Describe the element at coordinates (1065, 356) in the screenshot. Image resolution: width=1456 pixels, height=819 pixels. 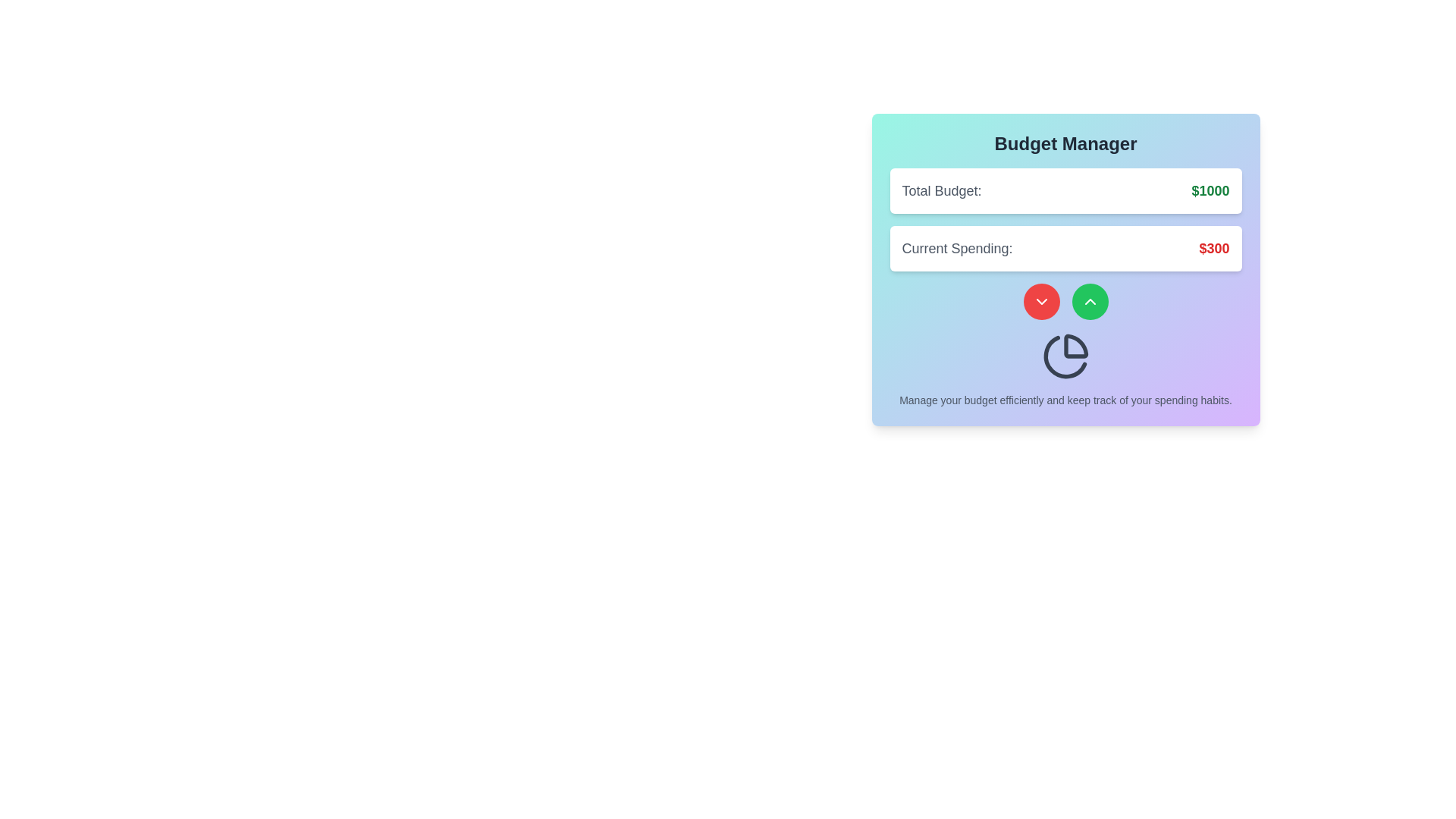
I see `the charting icon located below the up and down arrows in the 'Budget Manager' interface` at that location.